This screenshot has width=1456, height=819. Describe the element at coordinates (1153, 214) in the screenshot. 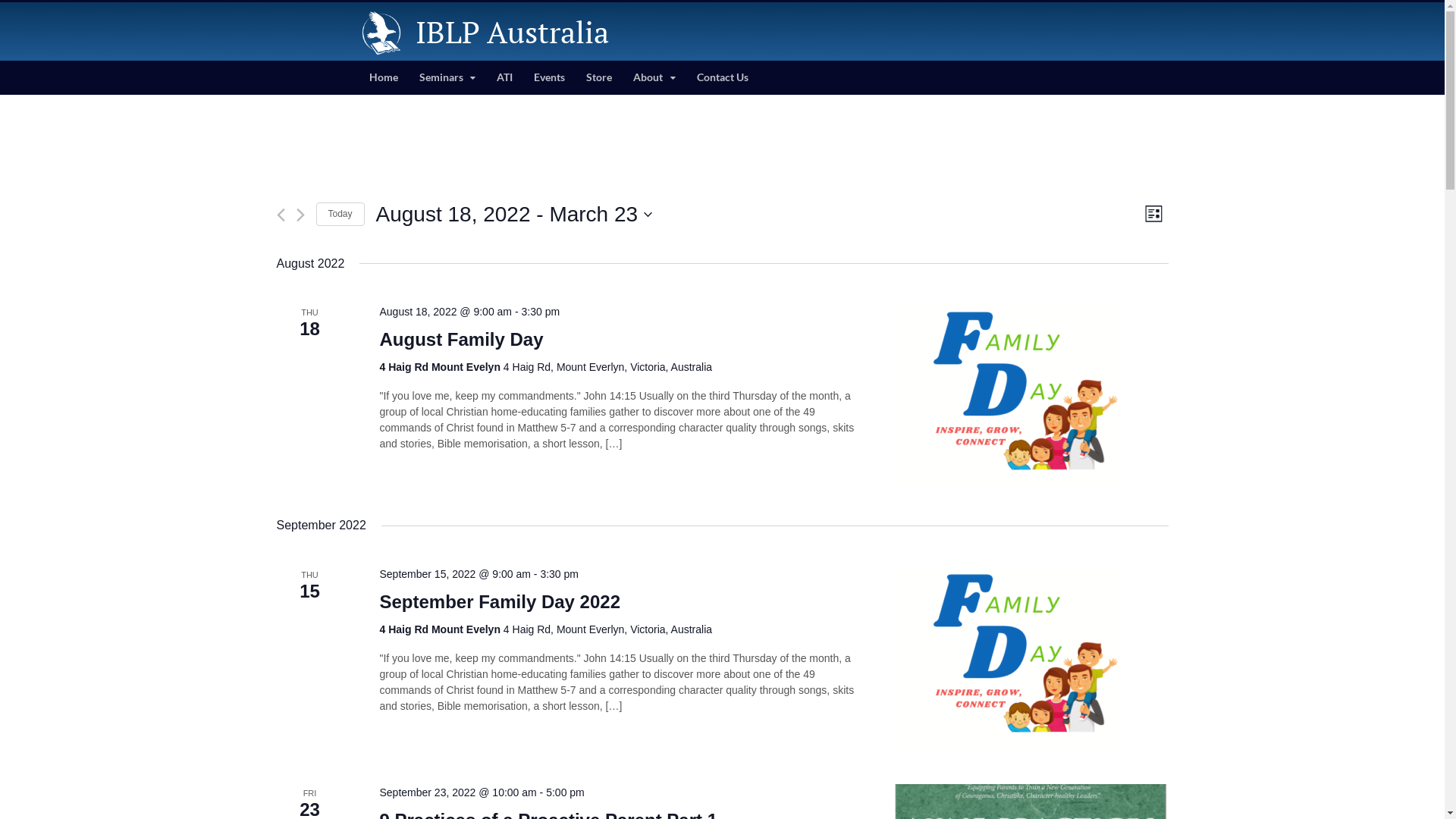

I see `'List'` at that location.